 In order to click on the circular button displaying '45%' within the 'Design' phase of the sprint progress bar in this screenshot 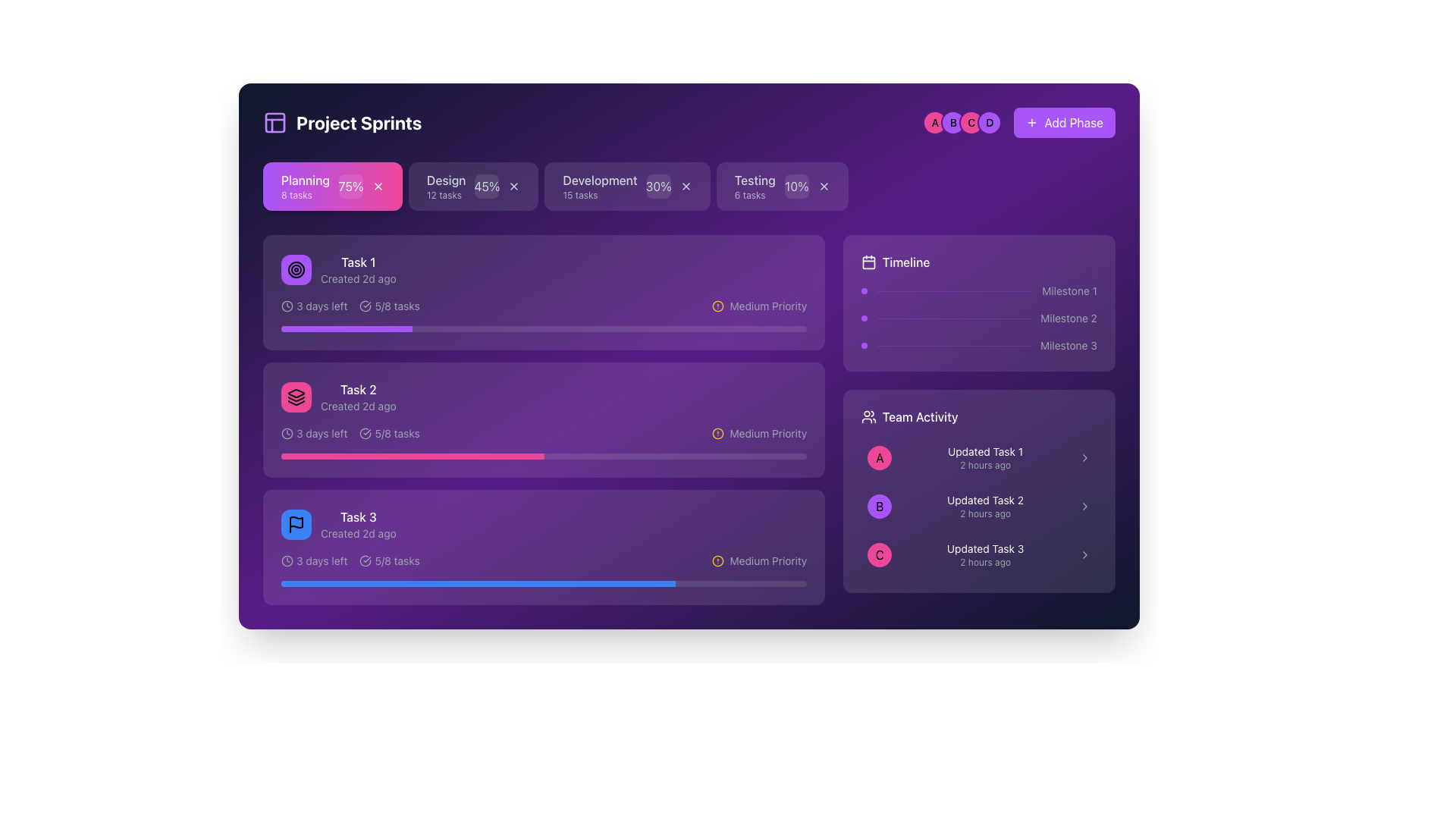, I will do `click(487, 186)`.